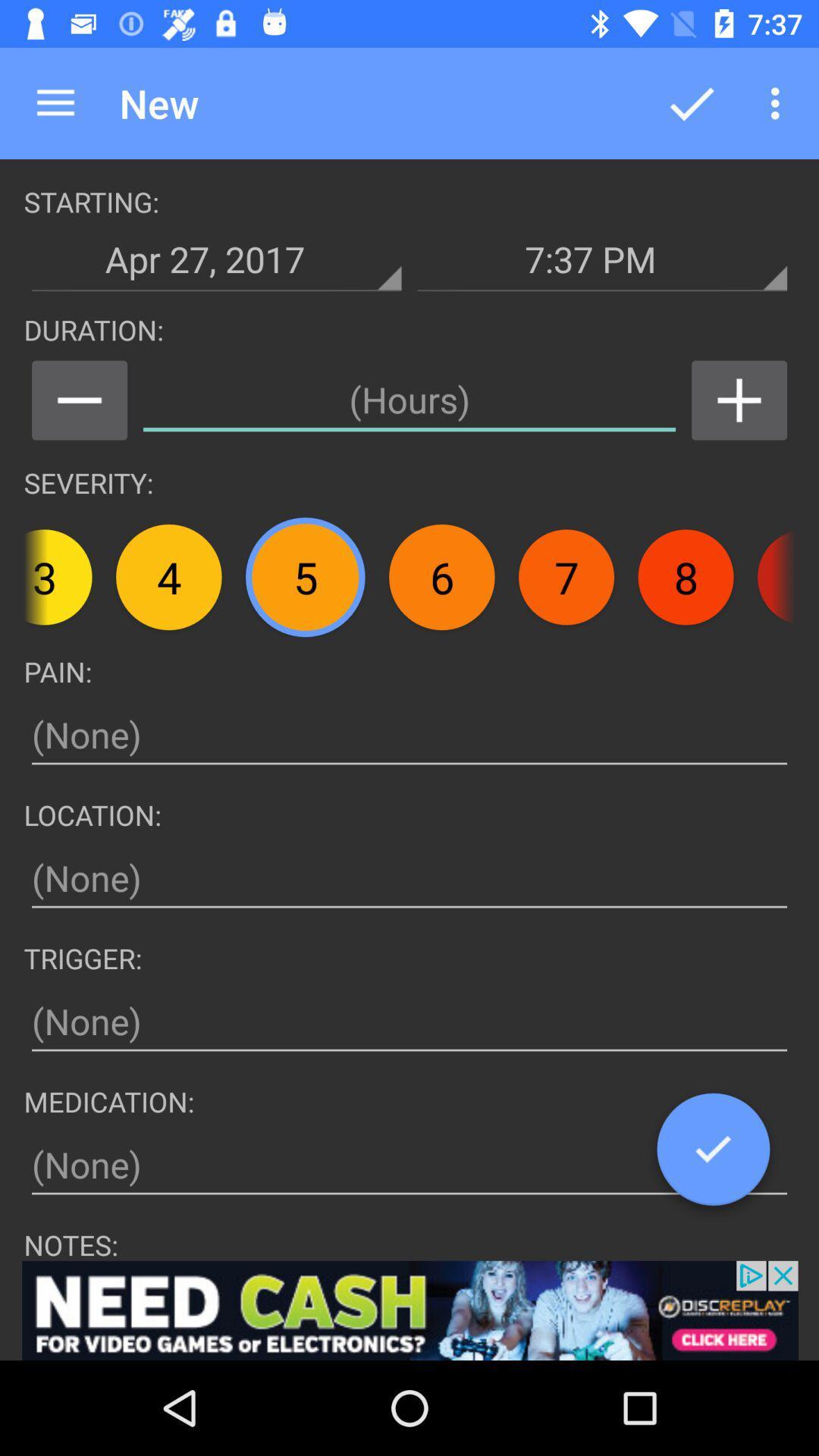 This screenshot has width=819, height=1456. Describe the element at coordinates (79, 400) in the screenshot. I see `degrees the option` at that location.